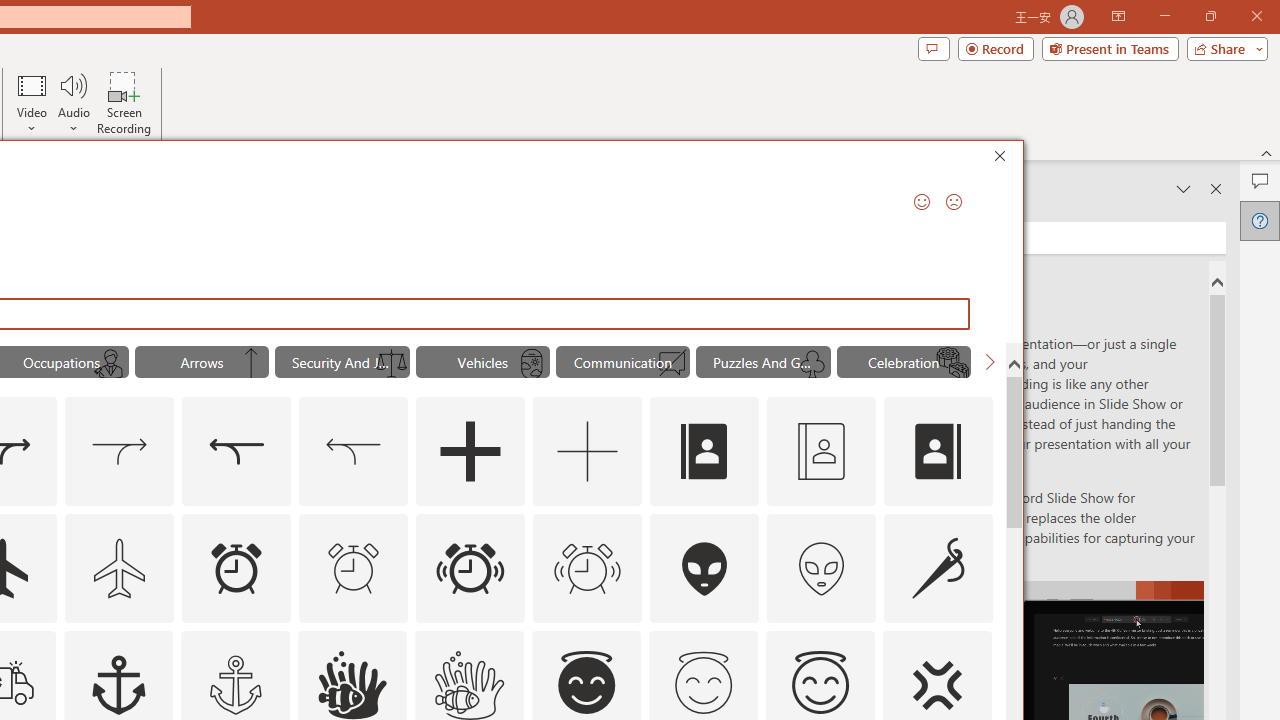 This screenshot has height=720, width=1280. What do you see at coordinates (951, 364) in the screenshot?
I see `'AutomationID: Icons_MoonCake_M'` at bounding box center [951, 364].